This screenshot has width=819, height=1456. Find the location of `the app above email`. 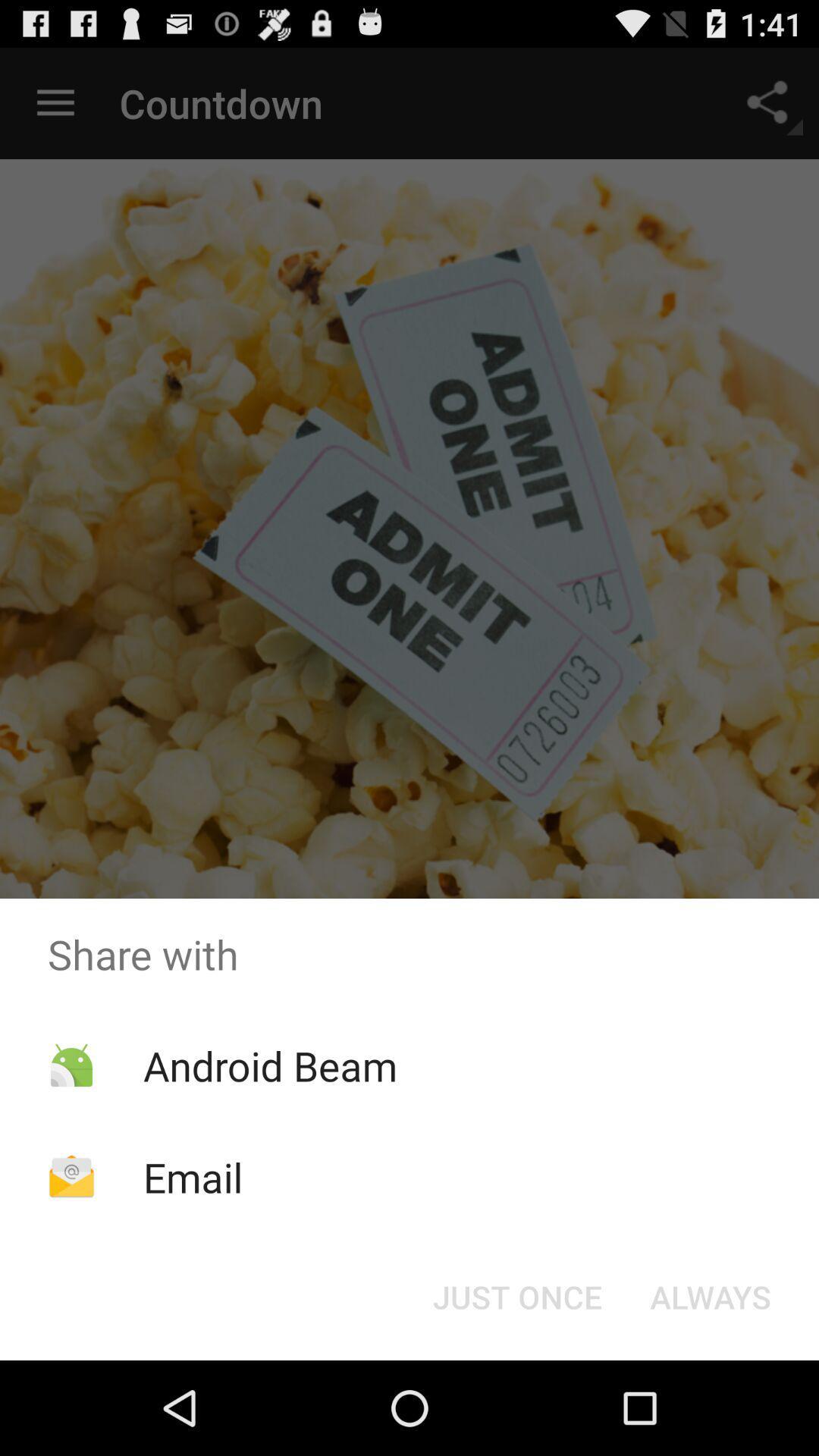

the app above email is located at coordinates (269, 1065).